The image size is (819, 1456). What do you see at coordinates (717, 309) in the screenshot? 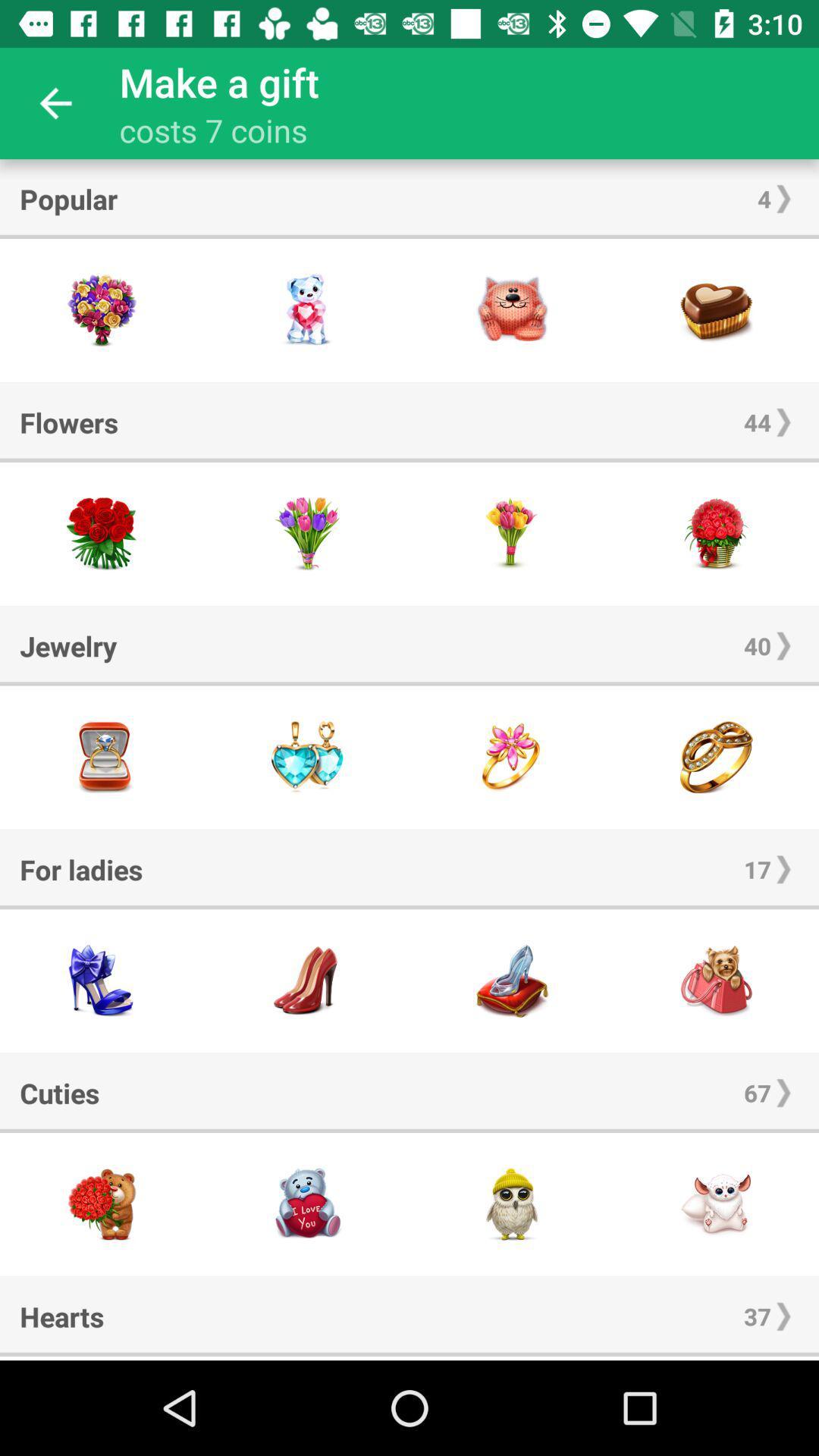
I see `this item` at bounding box center [717, 309].